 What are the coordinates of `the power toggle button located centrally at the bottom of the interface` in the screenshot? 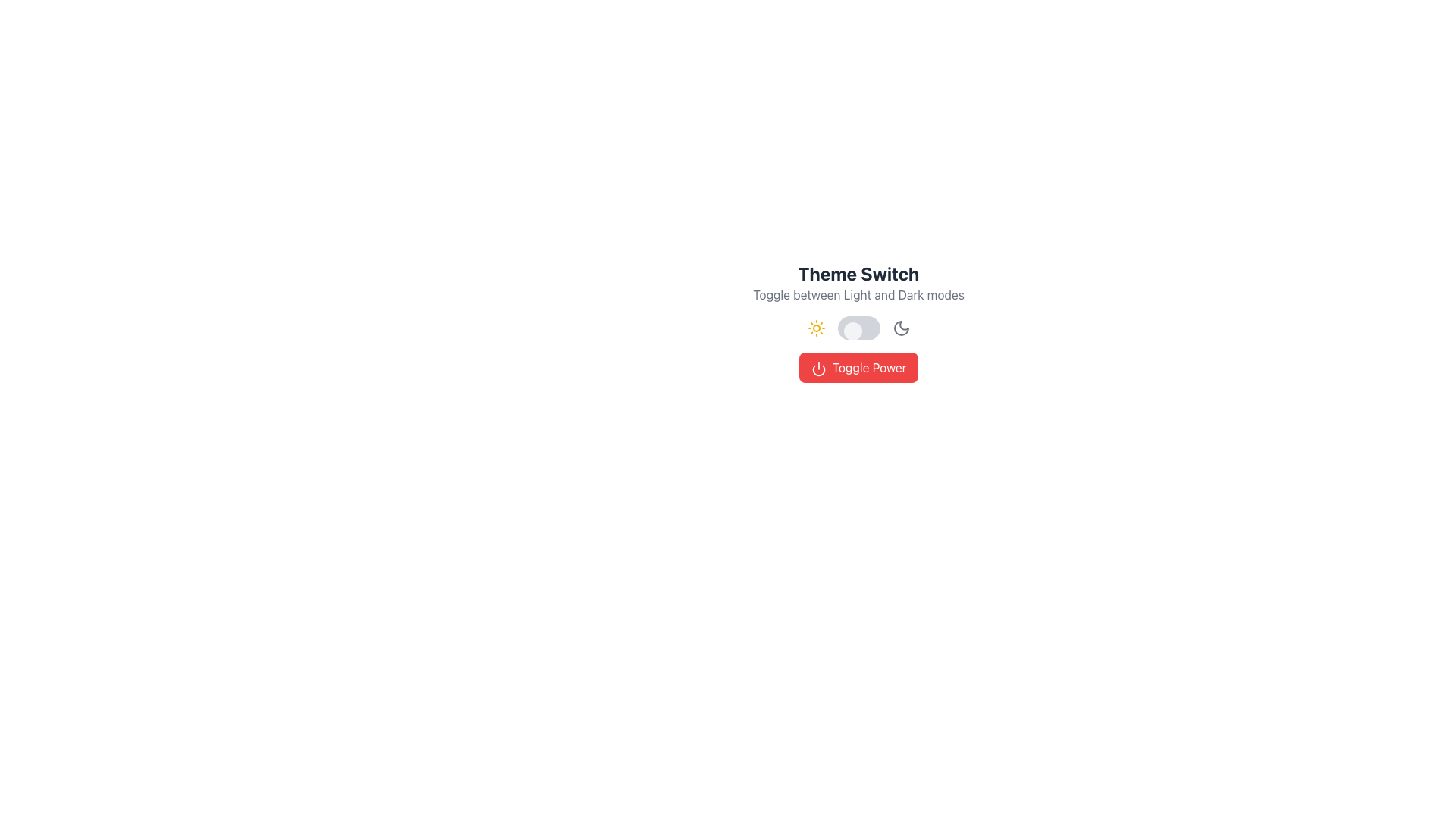 It's located at (858, 368).